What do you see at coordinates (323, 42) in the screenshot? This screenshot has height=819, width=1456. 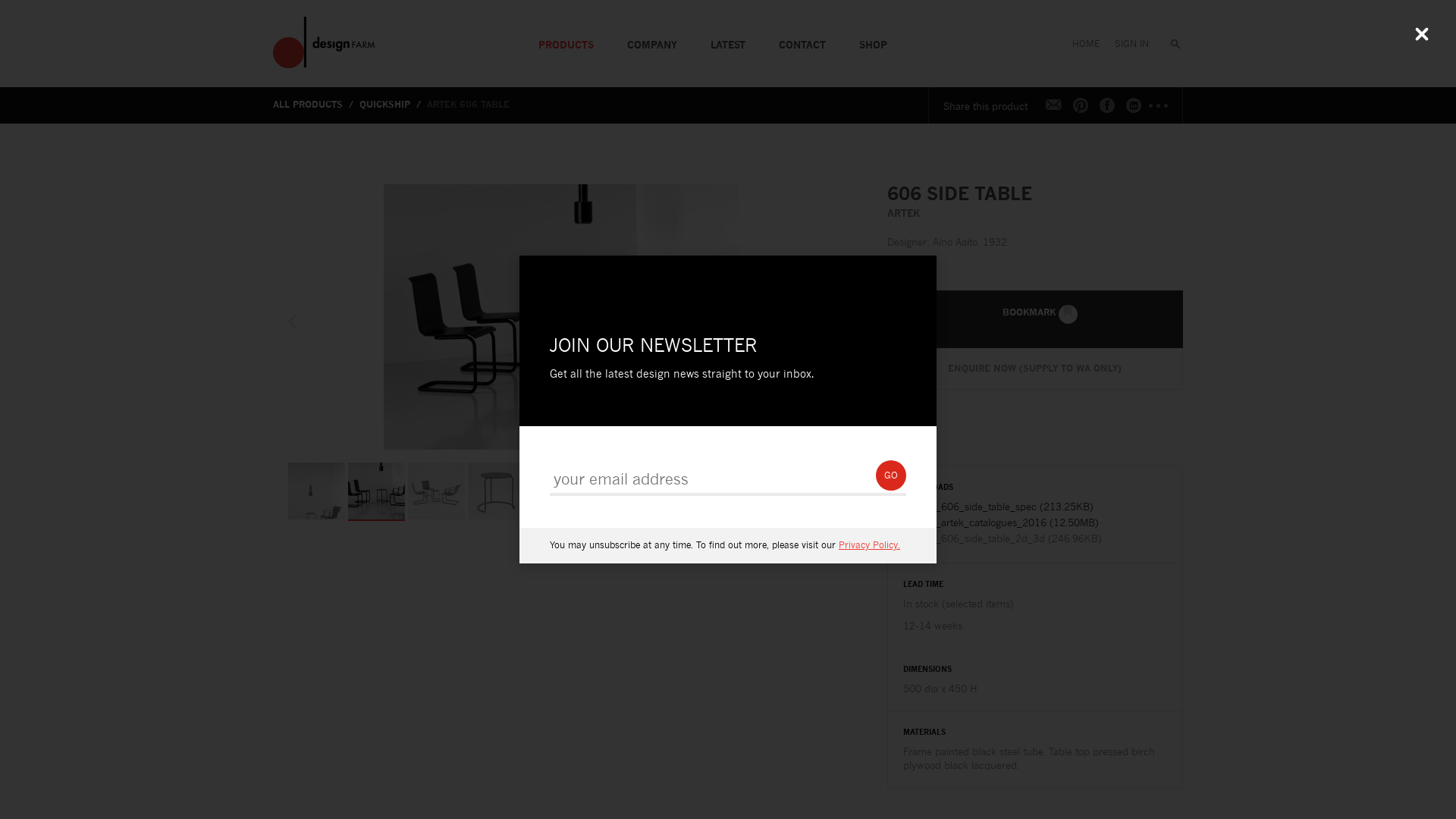 I see `'designFARM'` at bounding box center [323, 42].